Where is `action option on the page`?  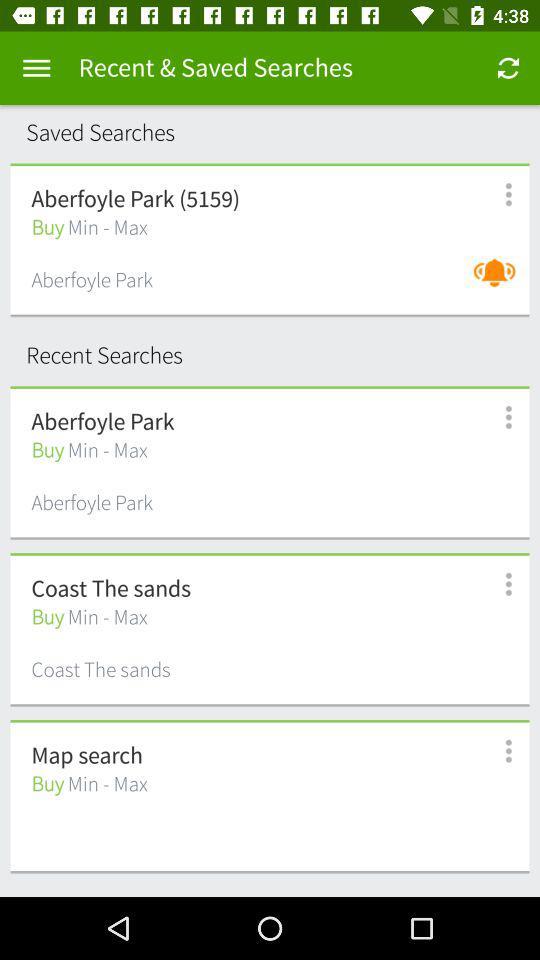
action option on the page is located at coordinates (36, 68).